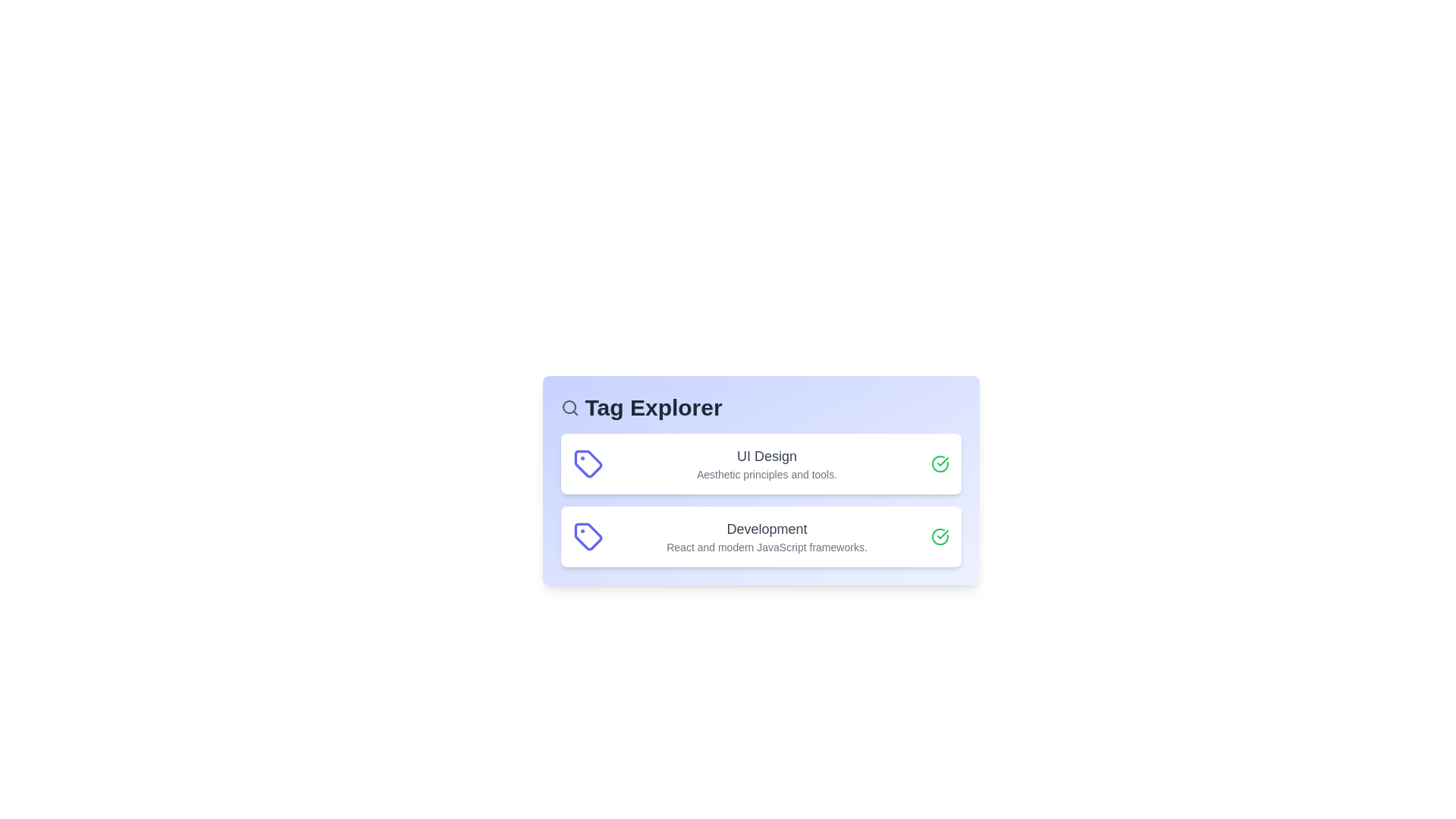  Describe the element at coordinates (939, 536) in the screenshot. I see `the green checkmark associated with Development` at that location.